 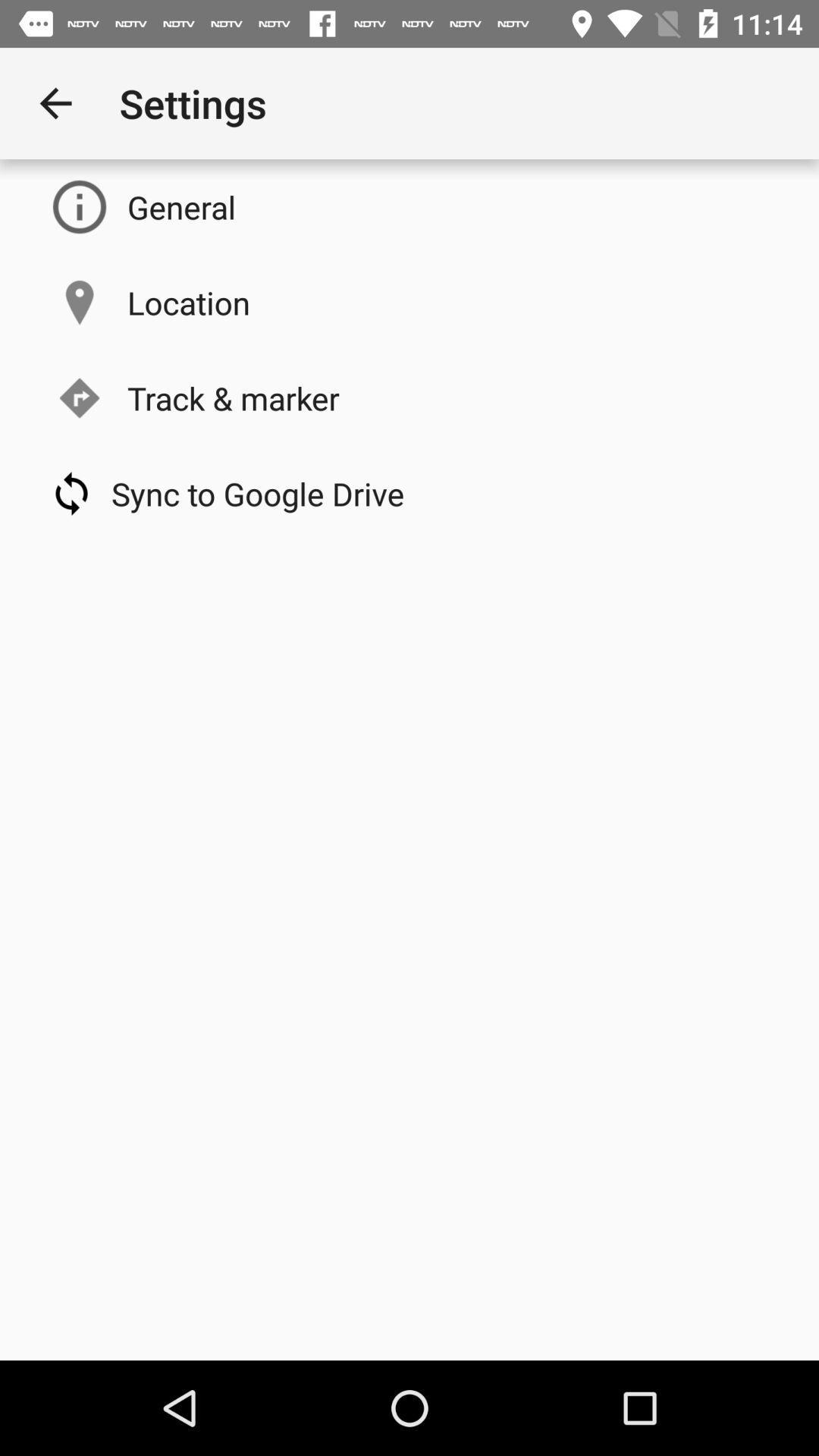 I want to click on icon below the location, so click(x=233, y=397).